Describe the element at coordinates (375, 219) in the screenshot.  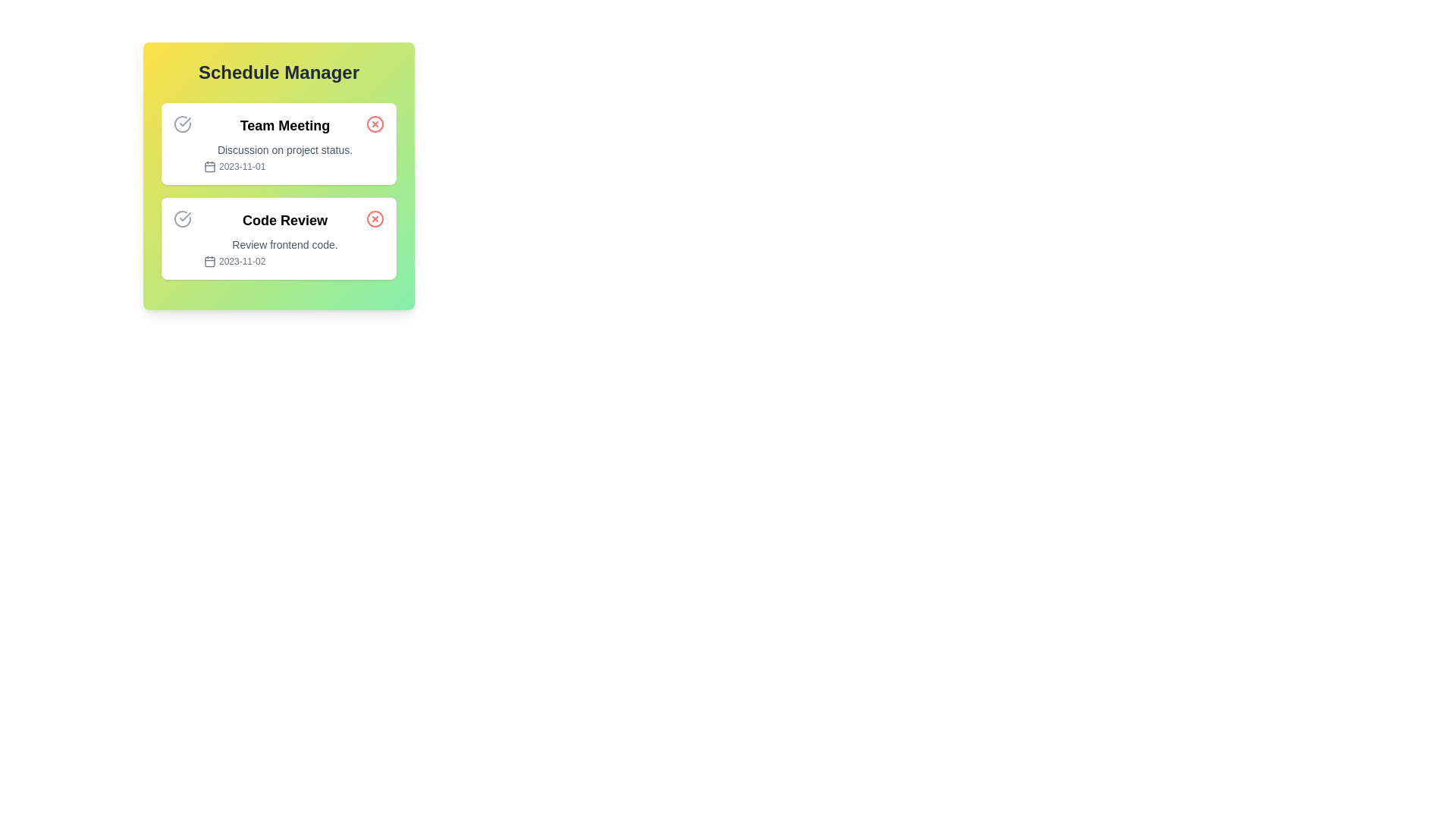
I see `the close (X) icon with a circular outline located to the far right of the 'Code Review' card in the 'Schedule Manager' section` at that location.